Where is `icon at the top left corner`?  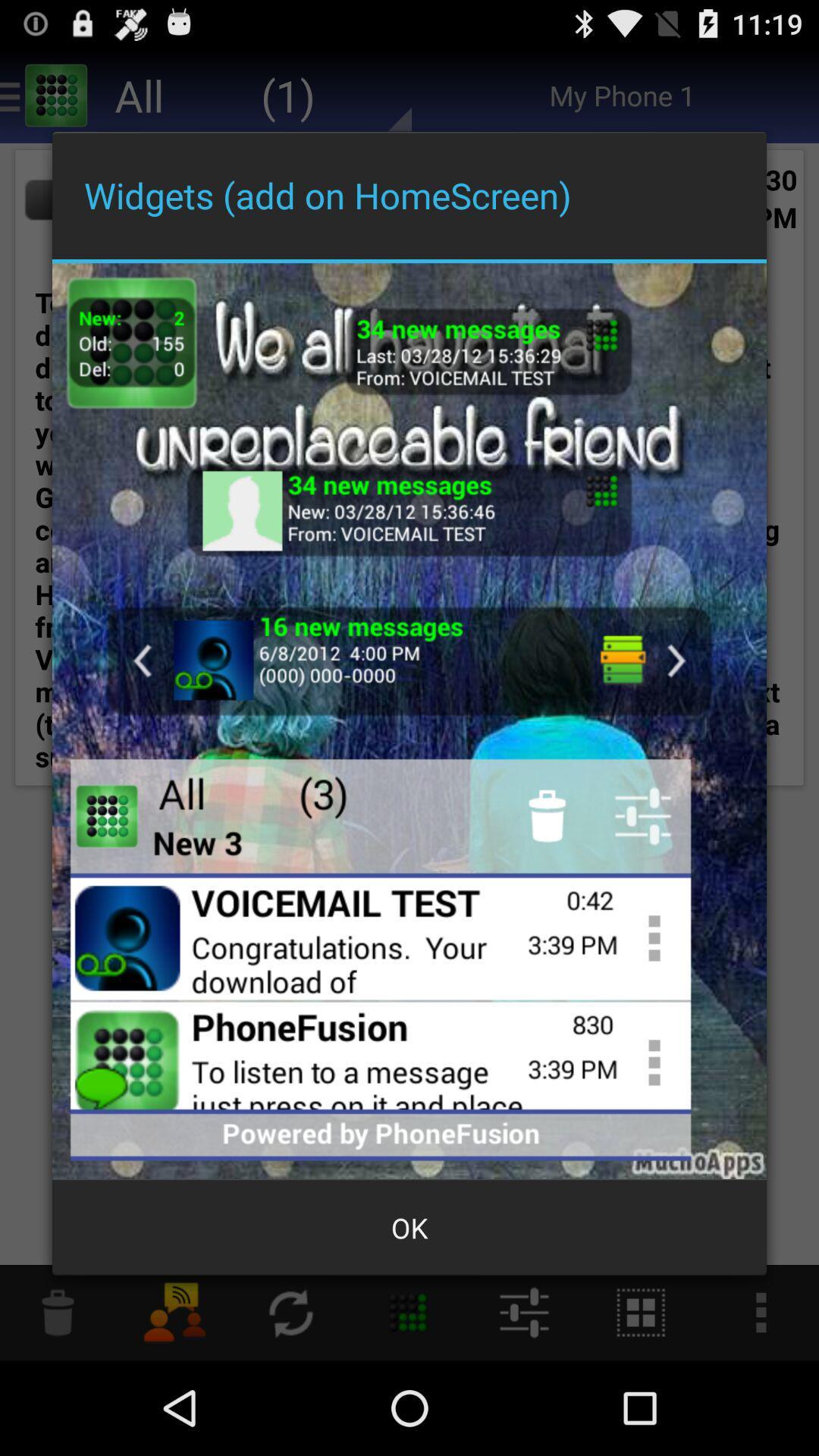 icon at the top left corner is located at coordinates (130, 342).